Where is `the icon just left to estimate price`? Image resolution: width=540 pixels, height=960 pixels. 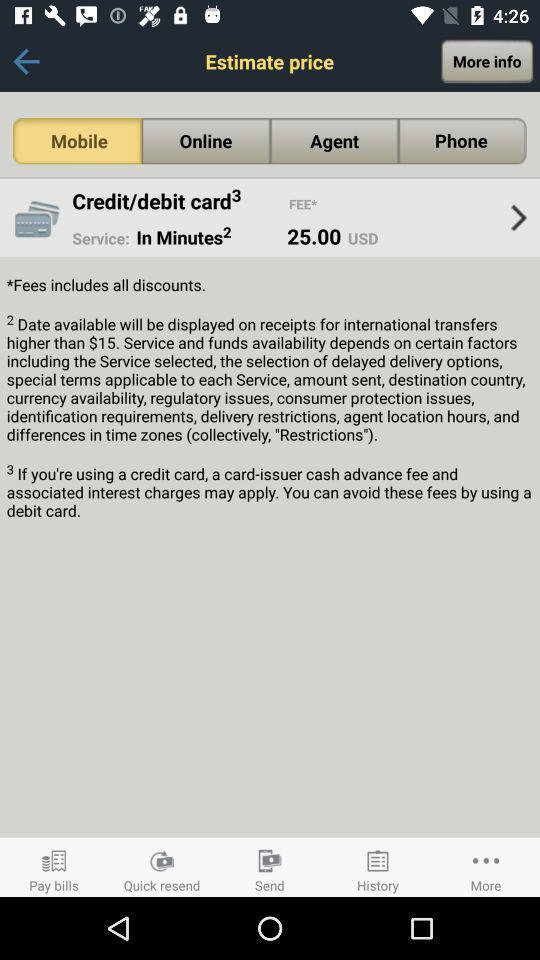 the icon just left to estimate price is located at coordinates (25, 61).